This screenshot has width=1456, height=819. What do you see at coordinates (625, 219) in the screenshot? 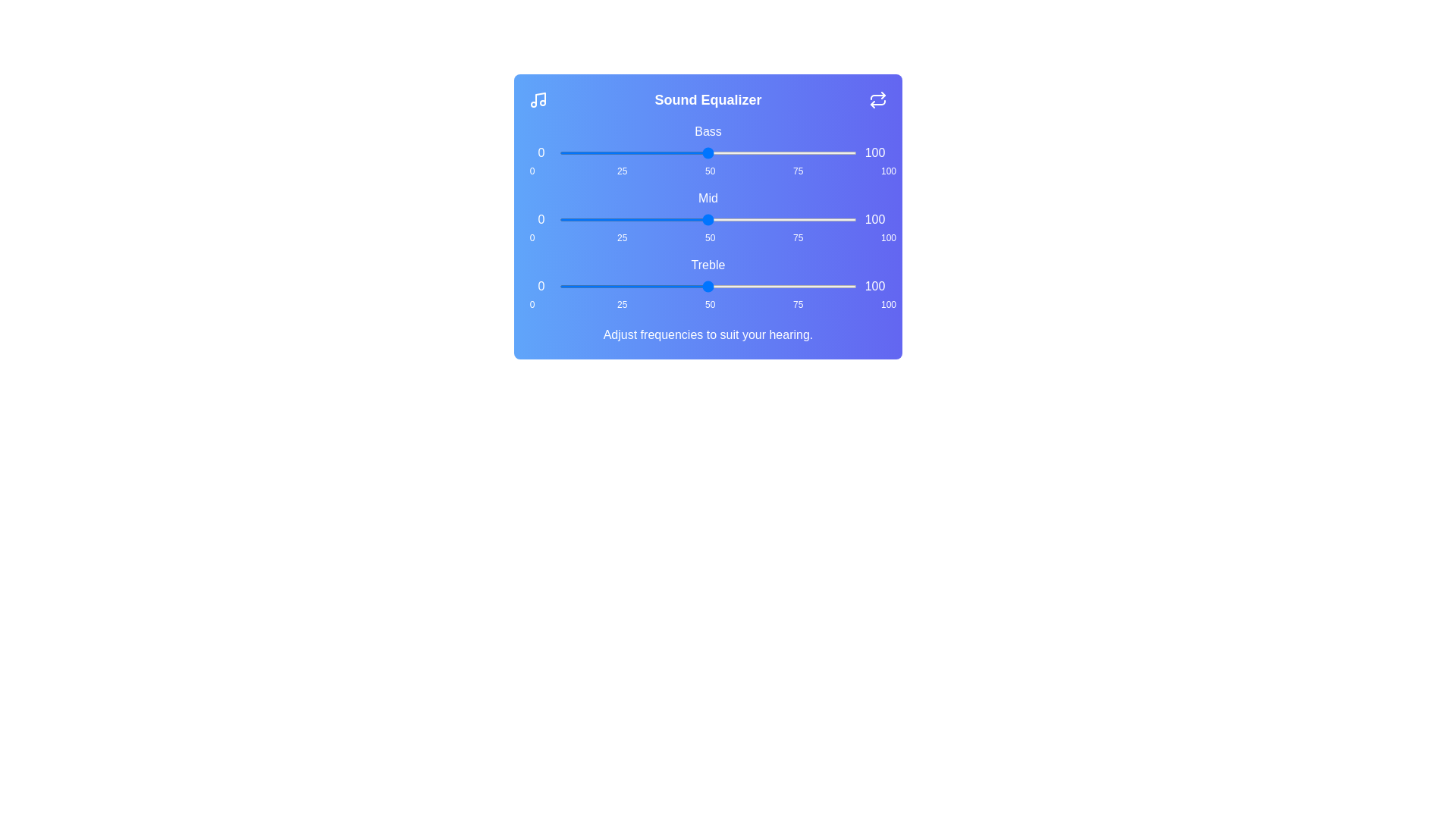
I see `the 'mid' slider to 22` at bounding box center [625, 219].